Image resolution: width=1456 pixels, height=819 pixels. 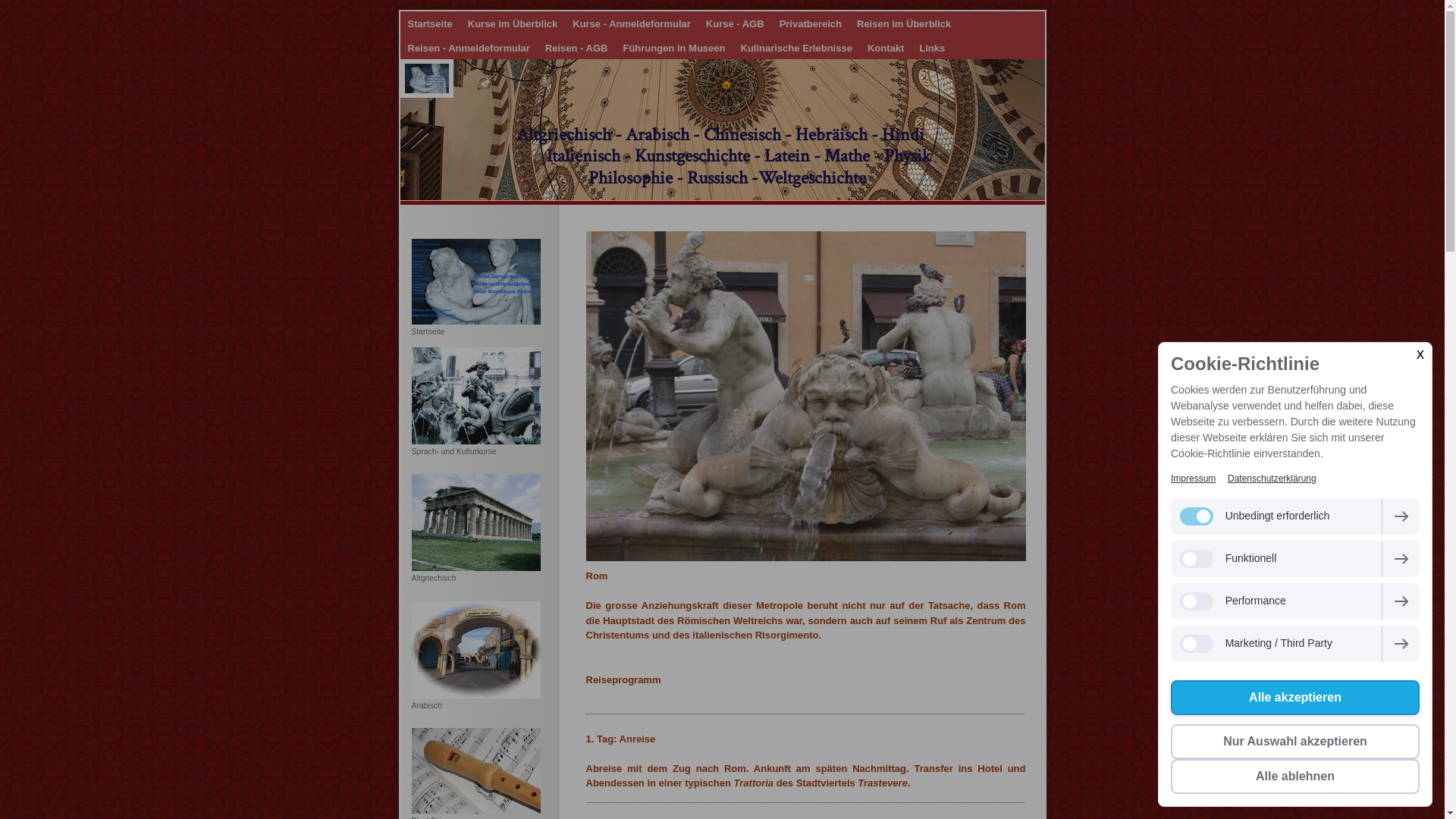 What do you see at coordinates (1294, 741) in the screenshot?
I see `'Nur Auswahl akzeptieren'` at bounding box center [1294, 741].